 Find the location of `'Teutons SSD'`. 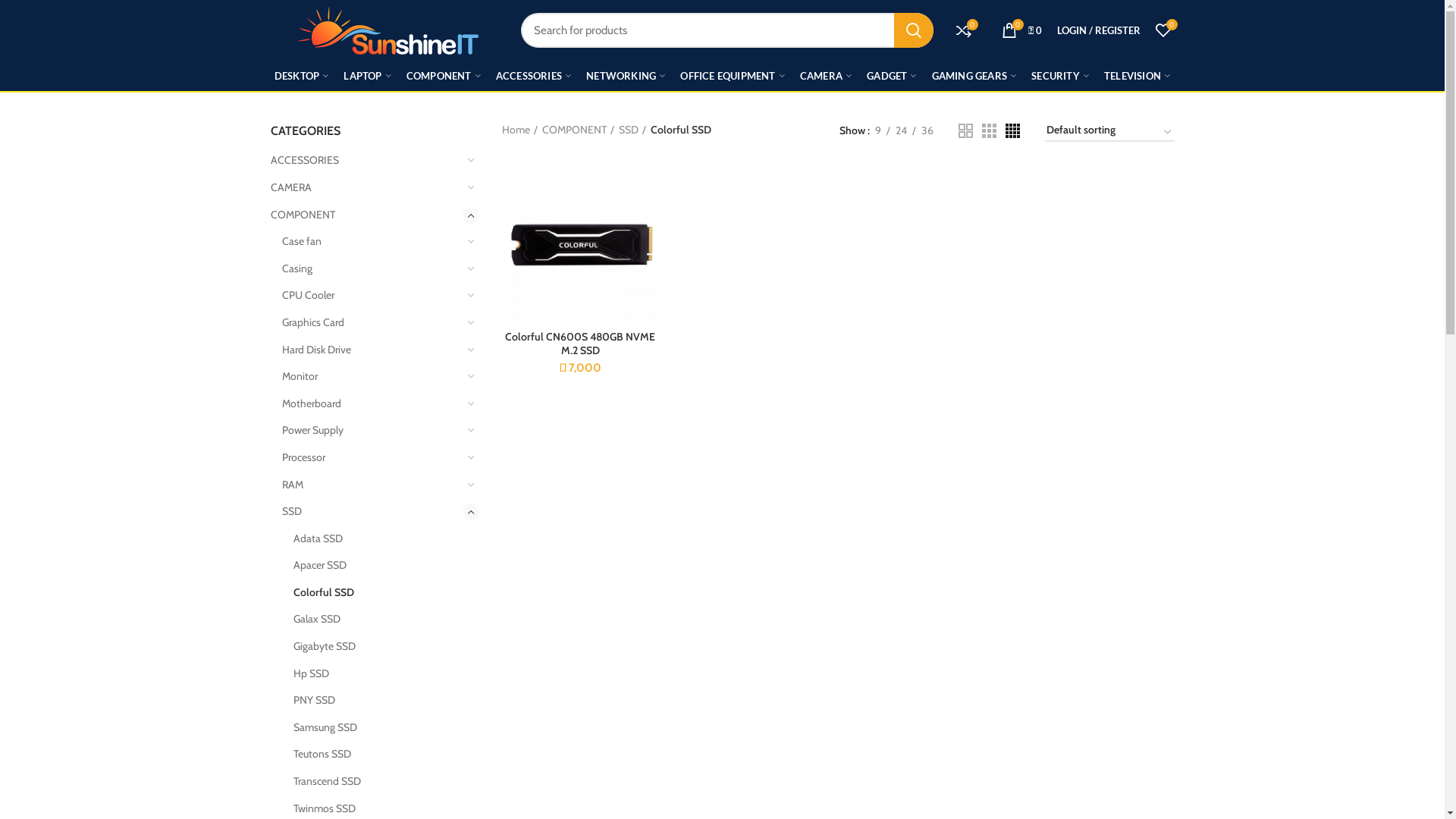

'Teutons SSD' is located at coordinates (376, 755).